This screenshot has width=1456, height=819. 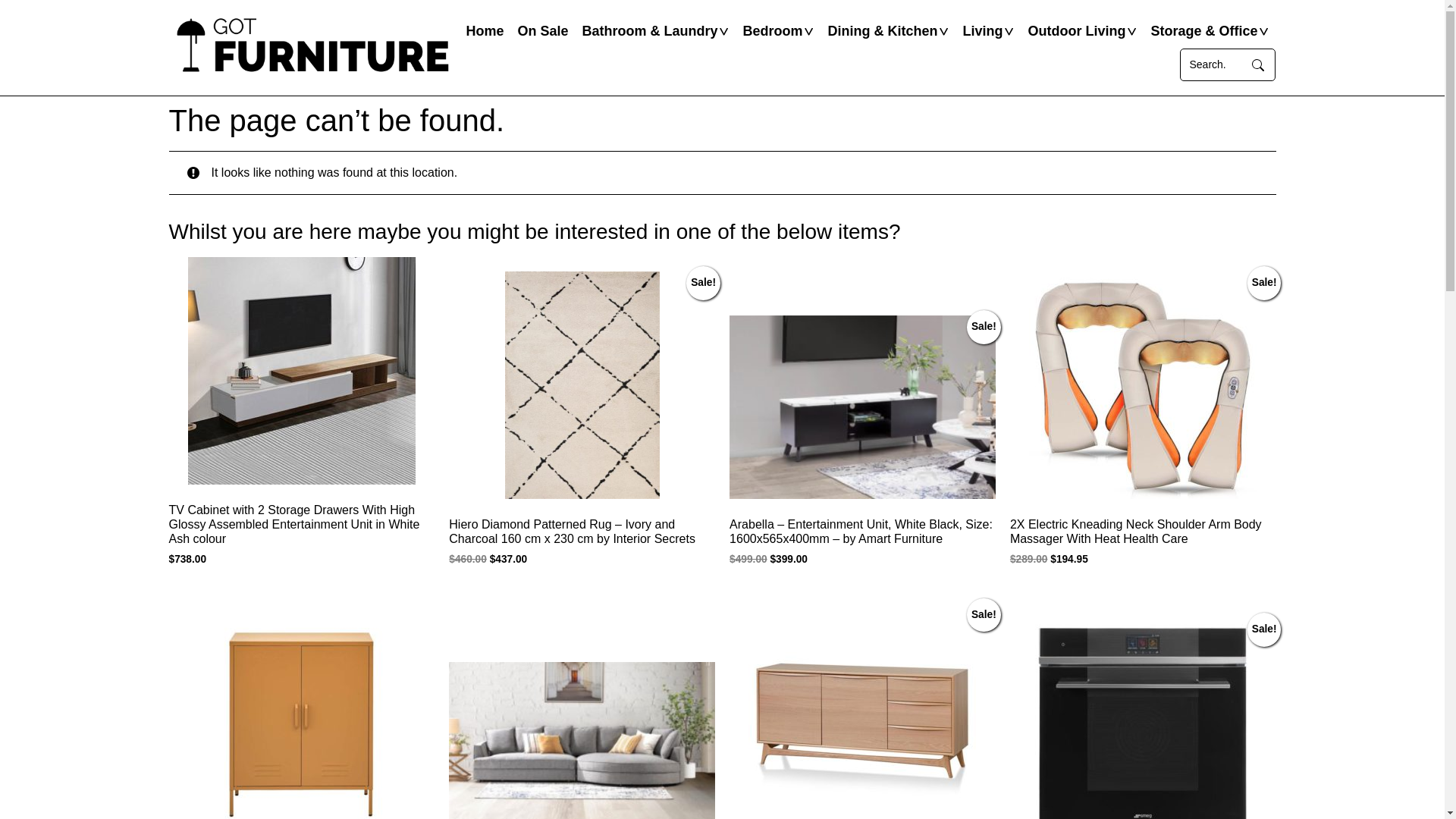 I want to click on 'Storage & Office', so click(x=1203, y=31).